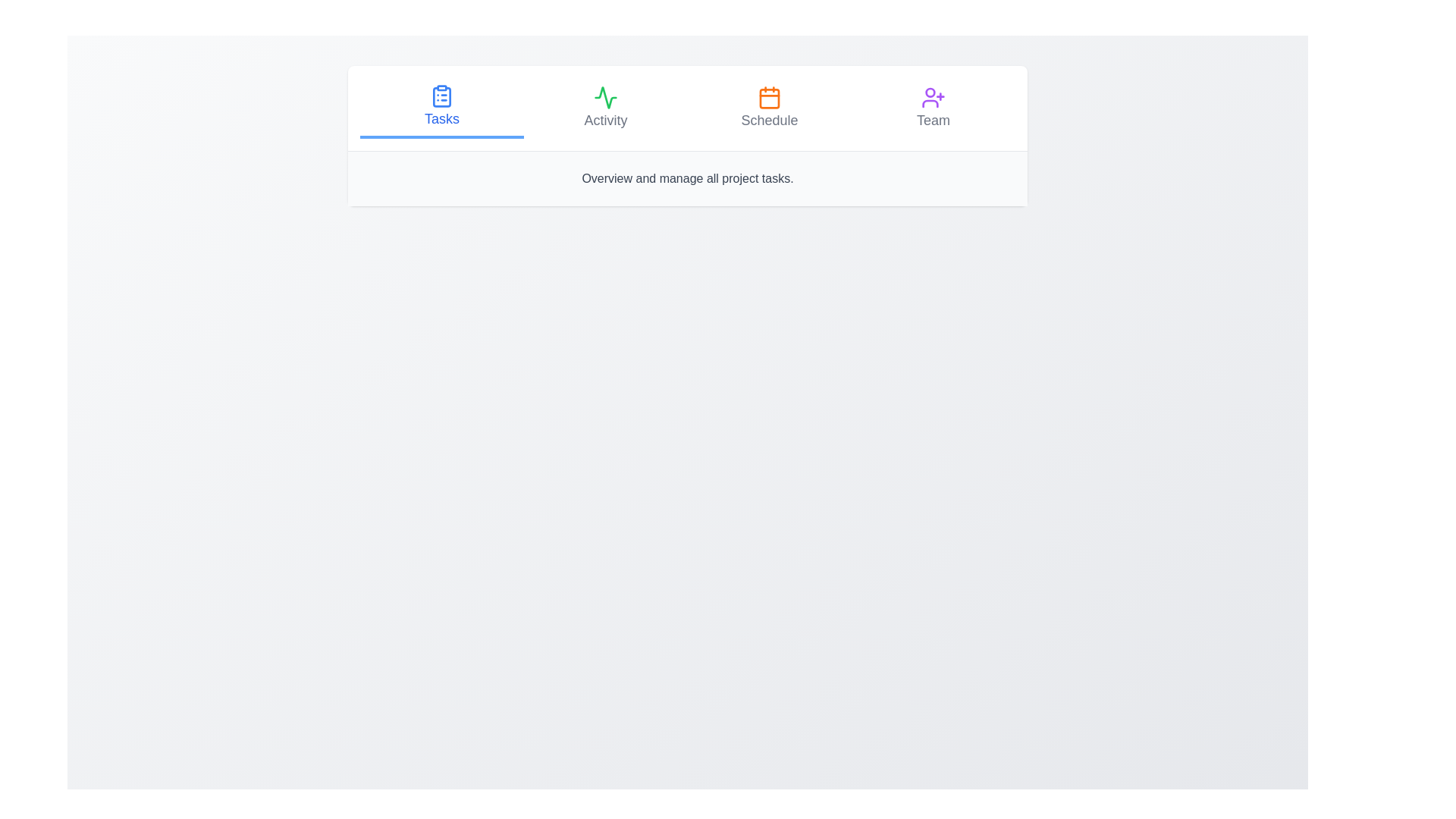  I want to click on the tab icon corresponding to Tasks, so click(441, 96).